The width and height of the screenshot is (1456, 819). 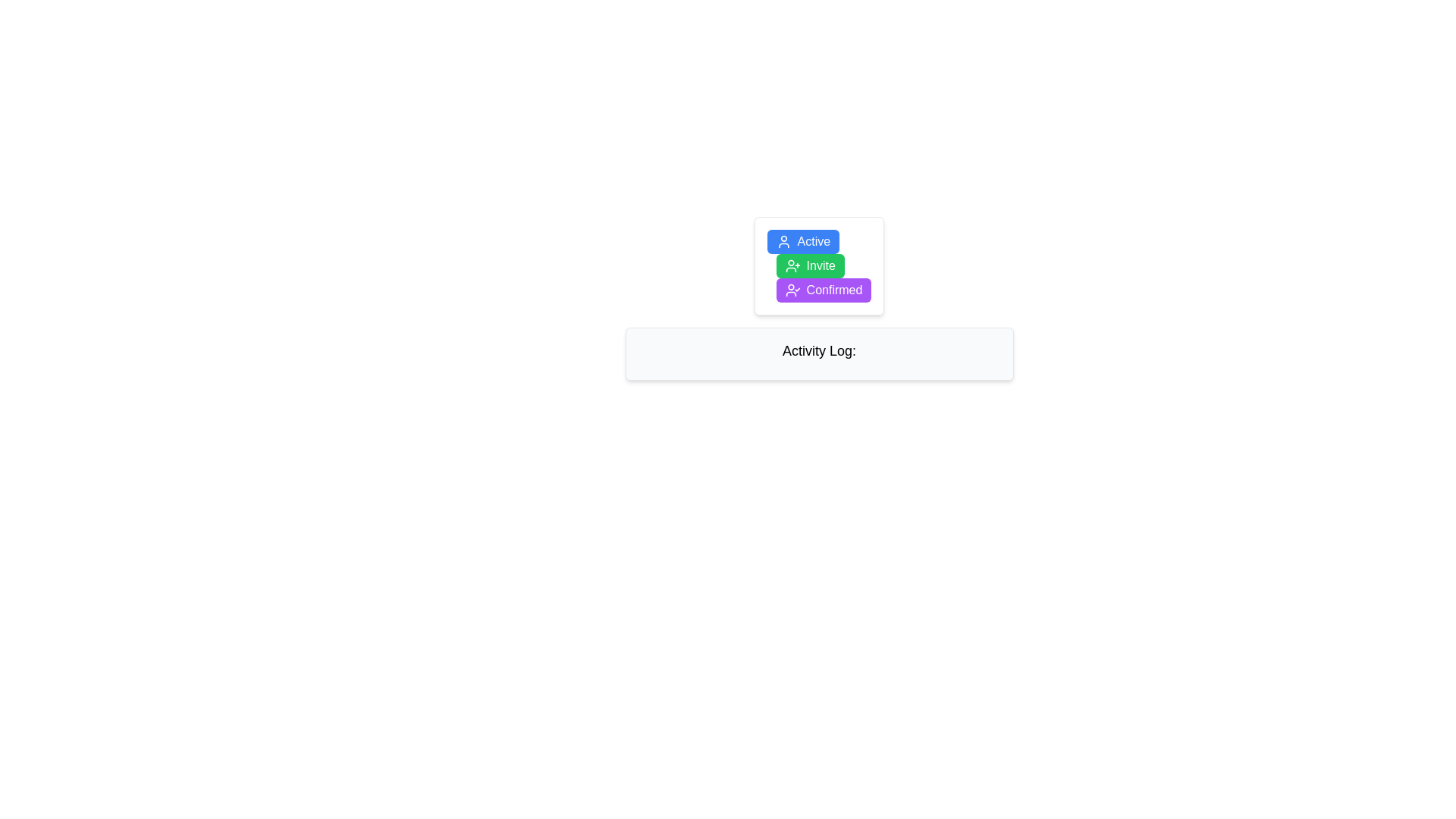 I want to click on the text label indicating 'Active' within the button, so click(x=813, y=241).